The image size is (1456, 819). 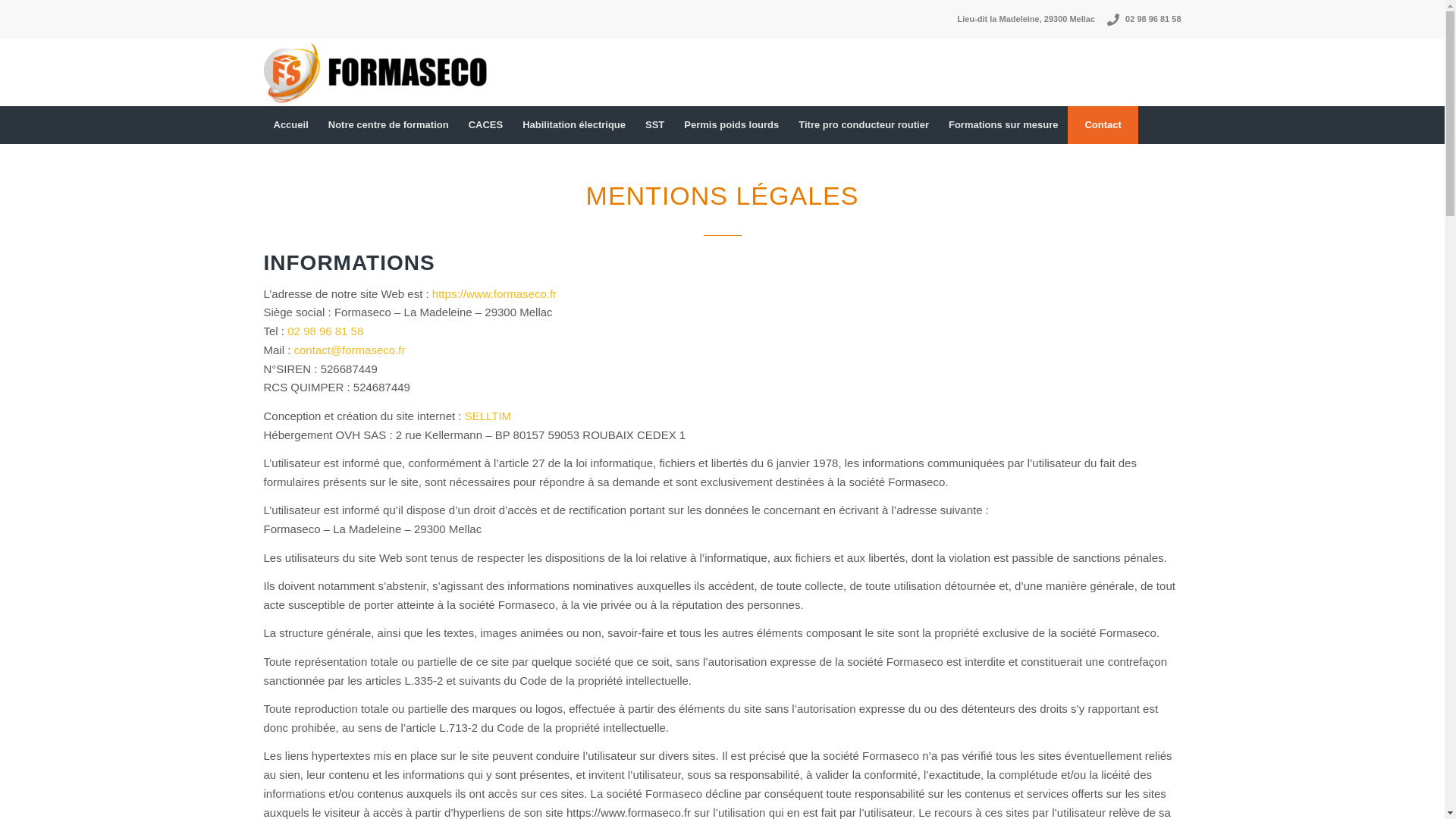 I want to click on 'Accueil', so click(x=291, y=124).